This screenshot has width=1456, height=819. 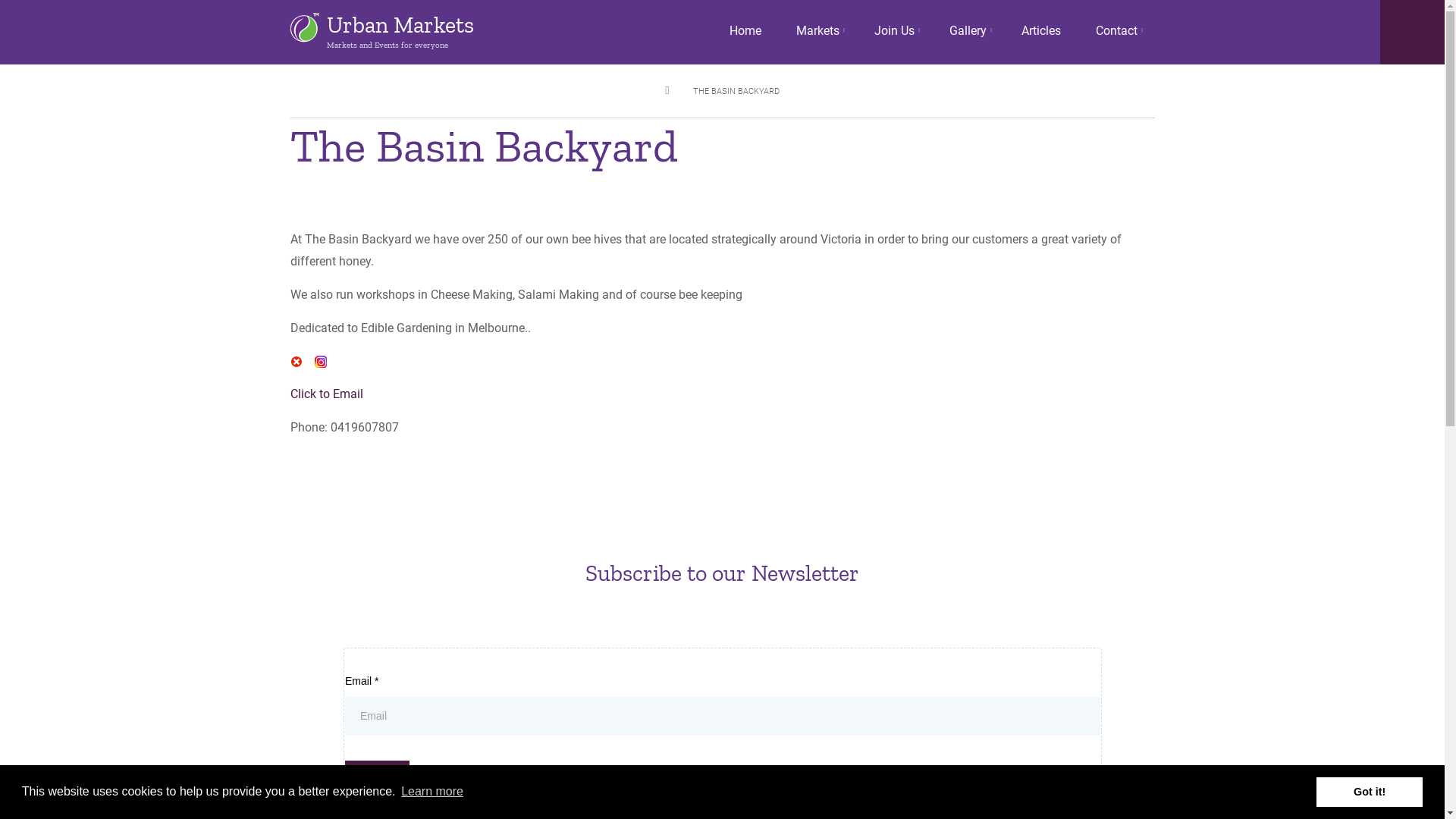 What do you see at coordinates (325, 393) in the screenshot?
I see `'Click to Email'` at bounding box center [325, 393].